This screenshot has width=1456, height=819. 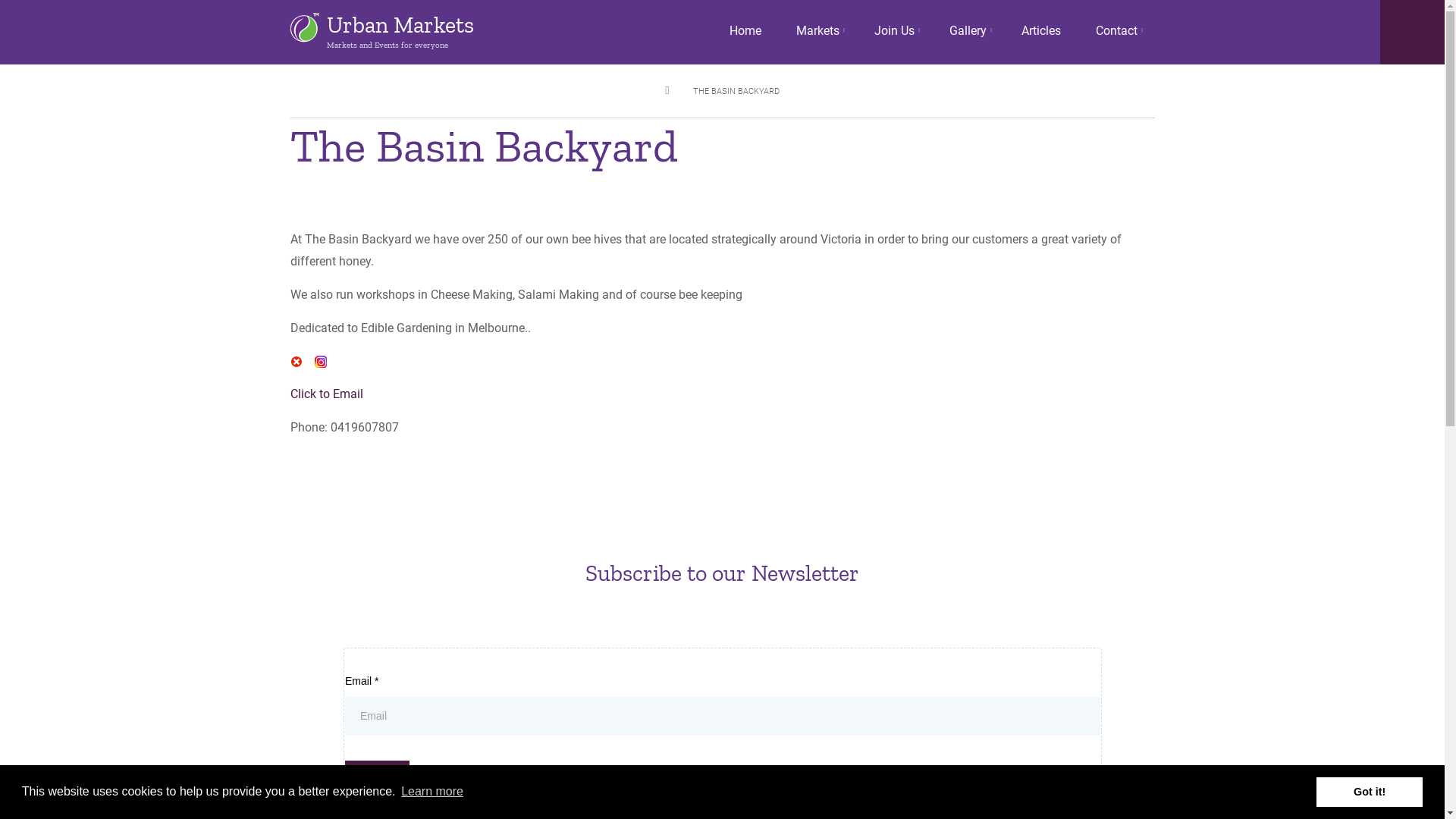 What do you see at coordinates (325, 393) in the screenshot?
I see `'Click to Email'` at bounding box center [325, 393].